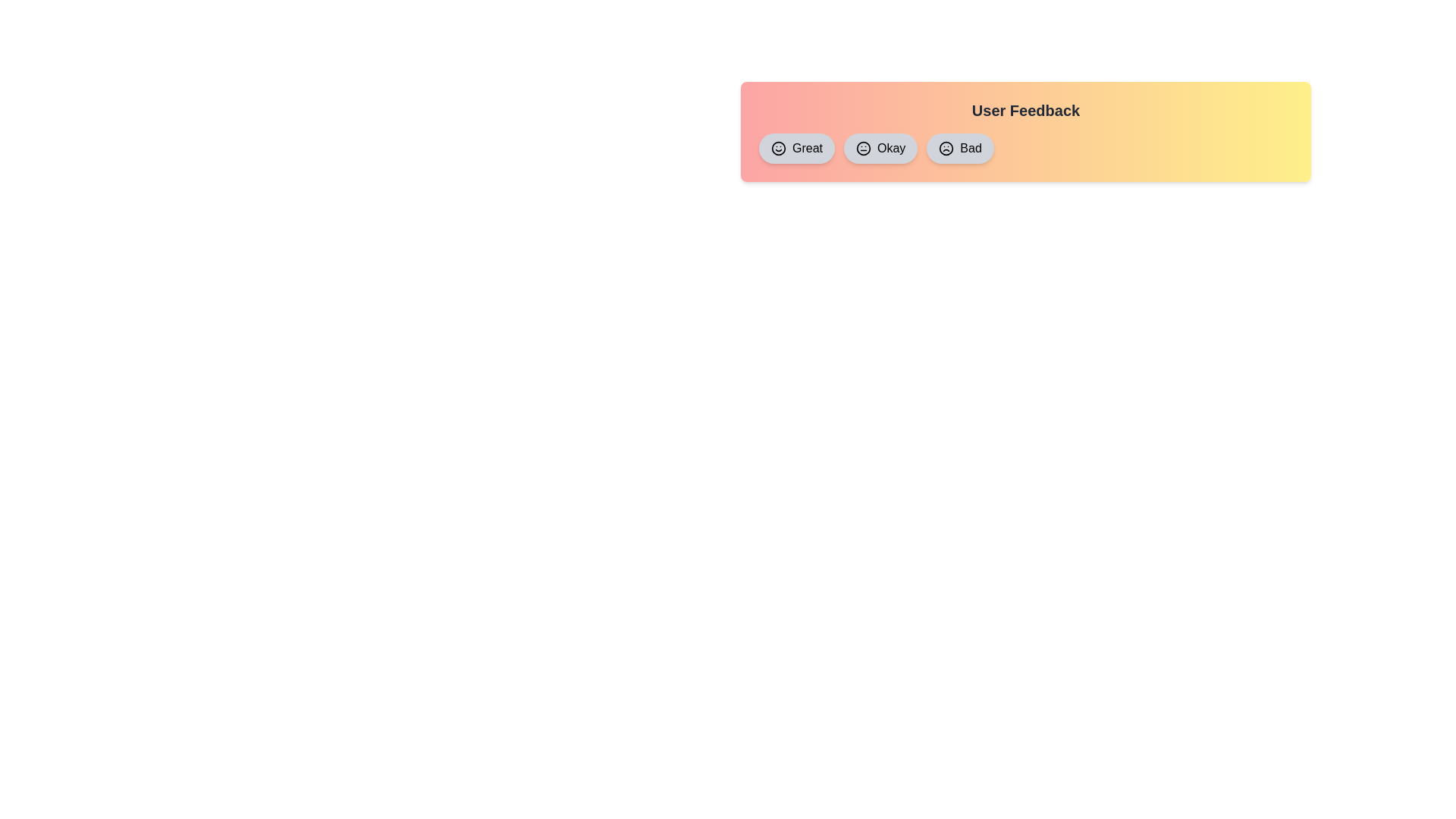 Image resolution: width=1456 pixels, height=819 pixels. I want to click on the chip labeled Okay, so click(880, 149).